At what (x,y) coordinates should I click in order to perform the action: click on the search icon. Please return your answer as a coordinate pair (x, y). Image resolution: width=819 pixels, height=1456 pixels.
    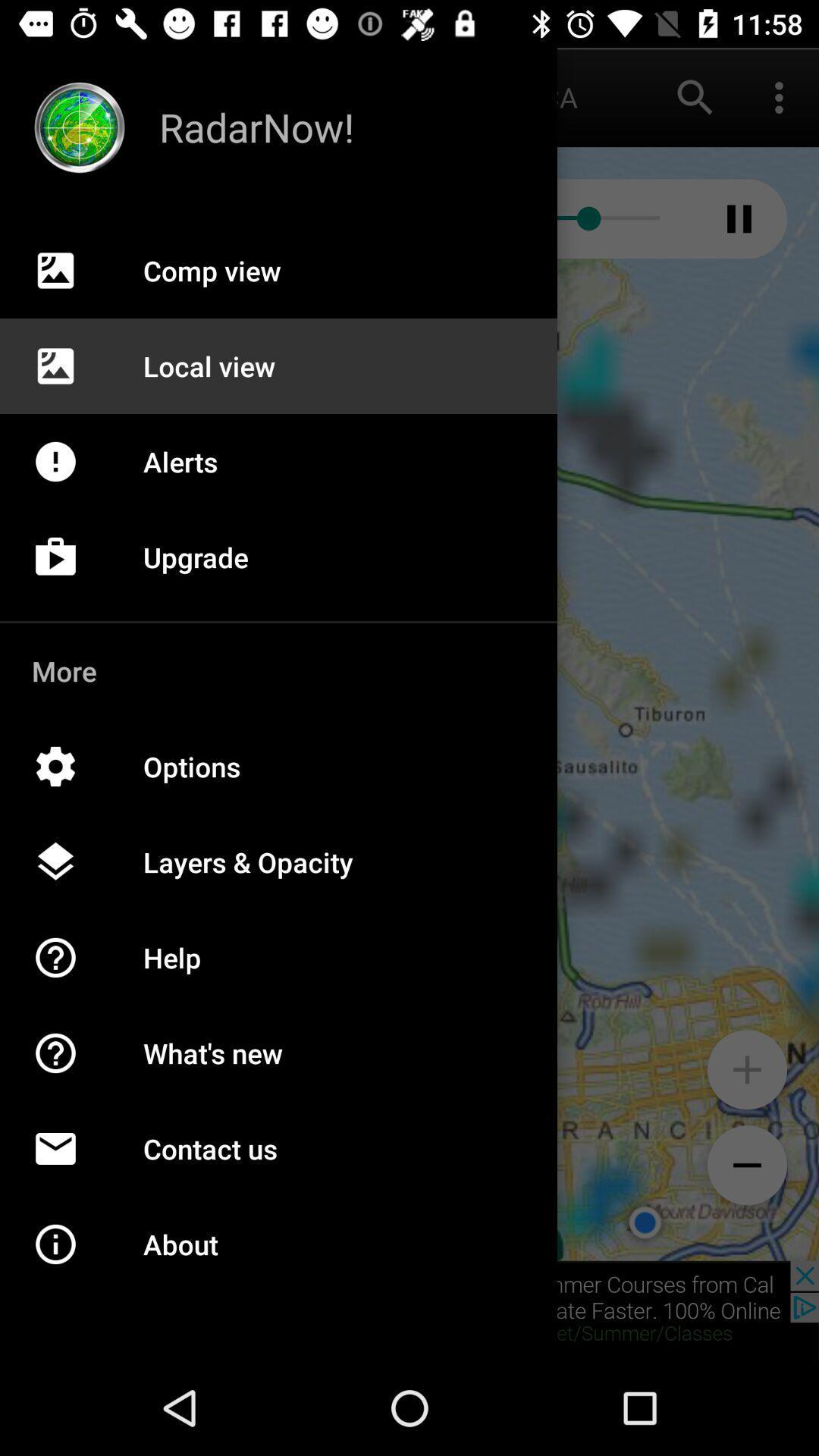
    Looking at the image, I should click on (695, 96).